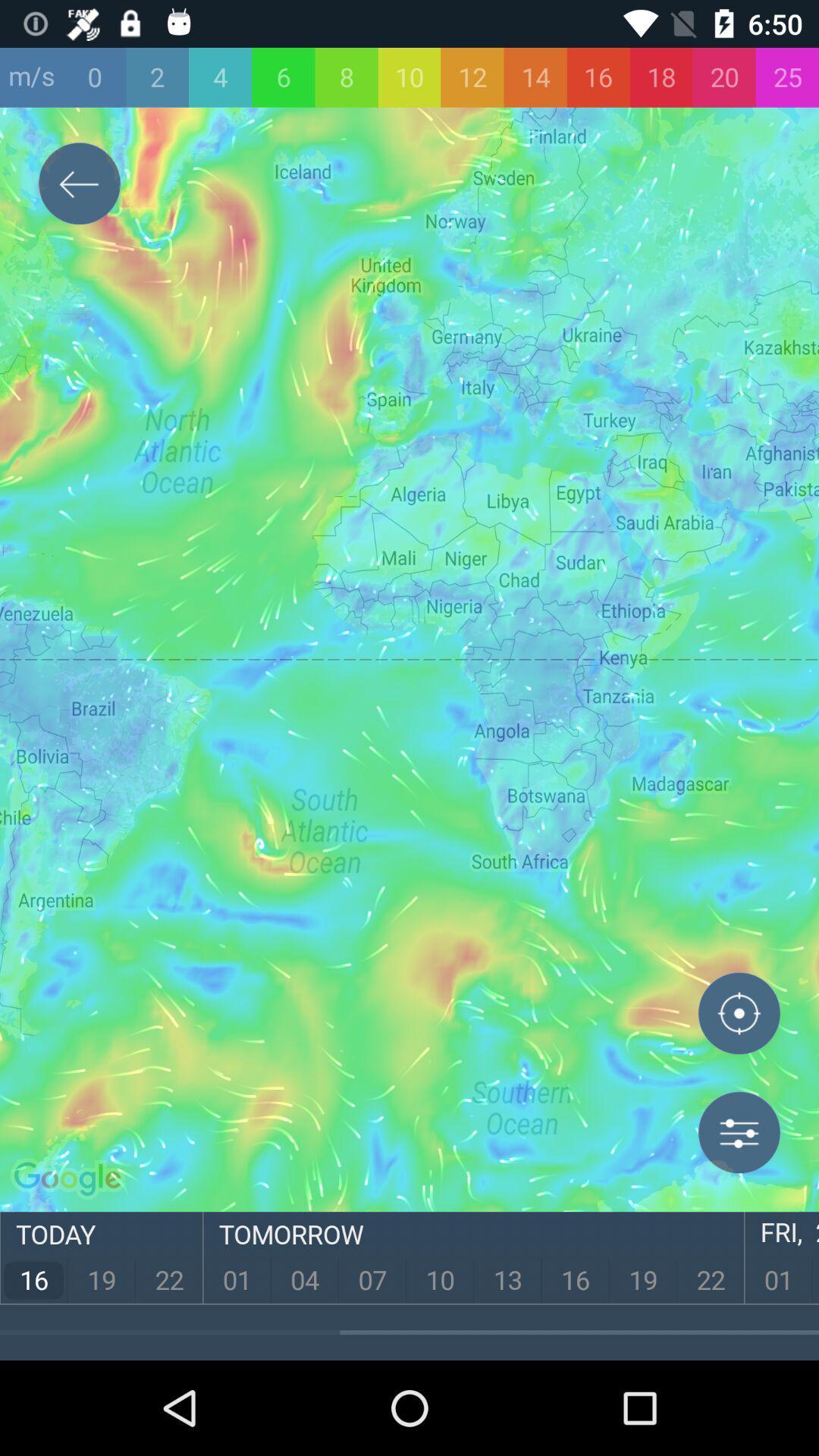 The image size is (819, 1456). I want to click on options, so click(739, 1132).